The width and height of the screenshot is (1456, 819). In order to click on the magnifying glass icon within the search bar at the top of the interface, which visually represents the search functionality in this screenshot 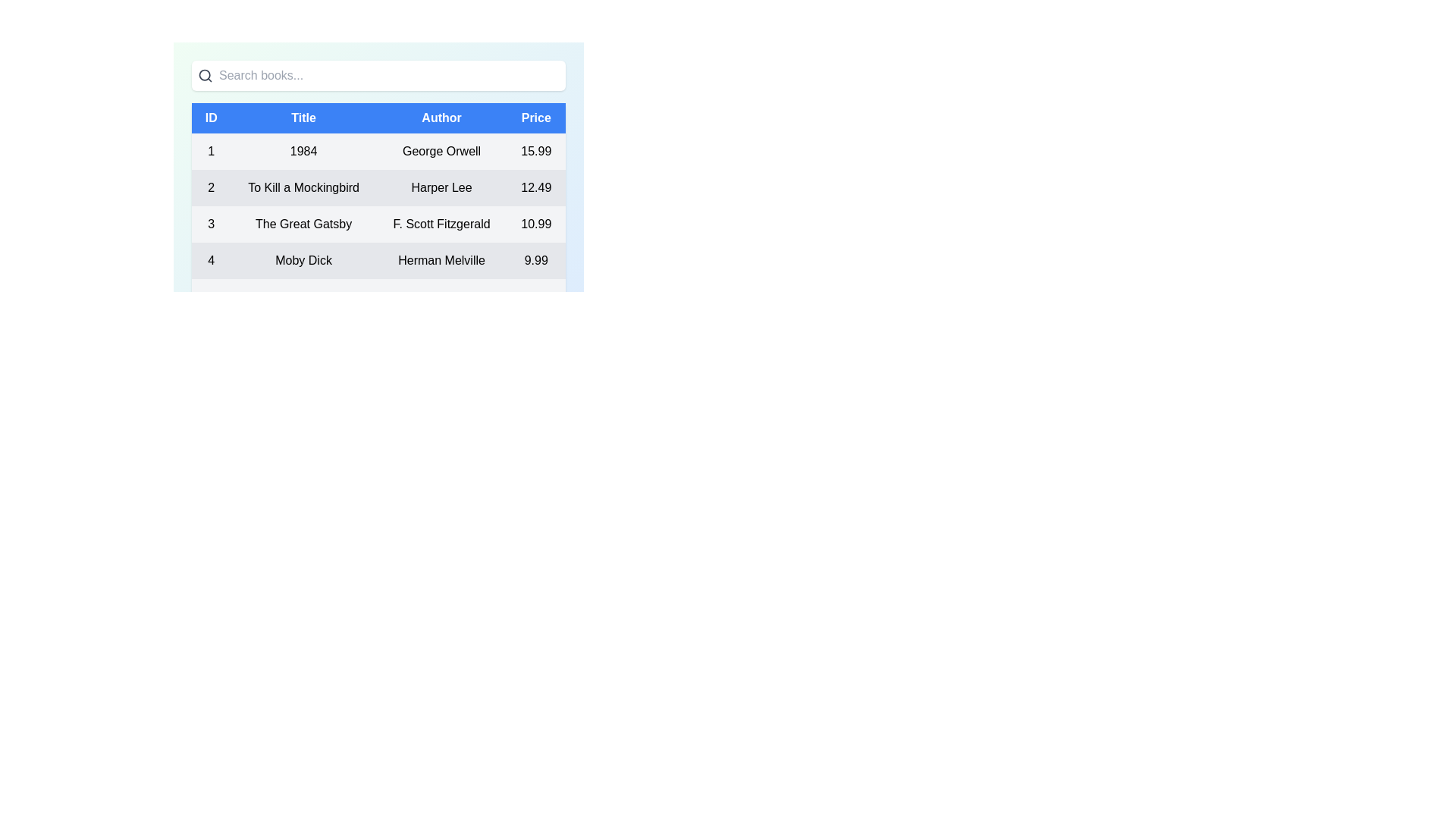, I will do `click(204, 75)`.